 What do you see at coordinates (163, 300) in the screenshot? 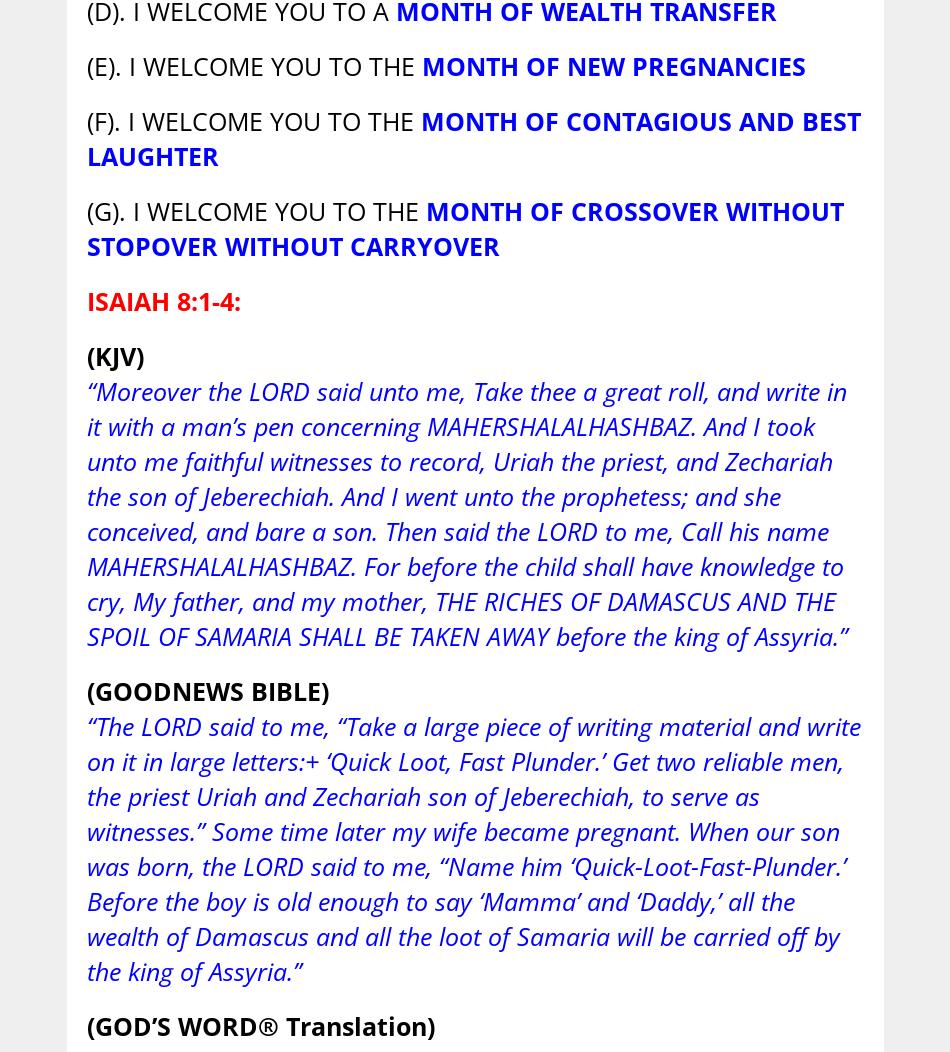
I see `'ISAIAH 8:1-4:'` at bounding box center [163, 300].